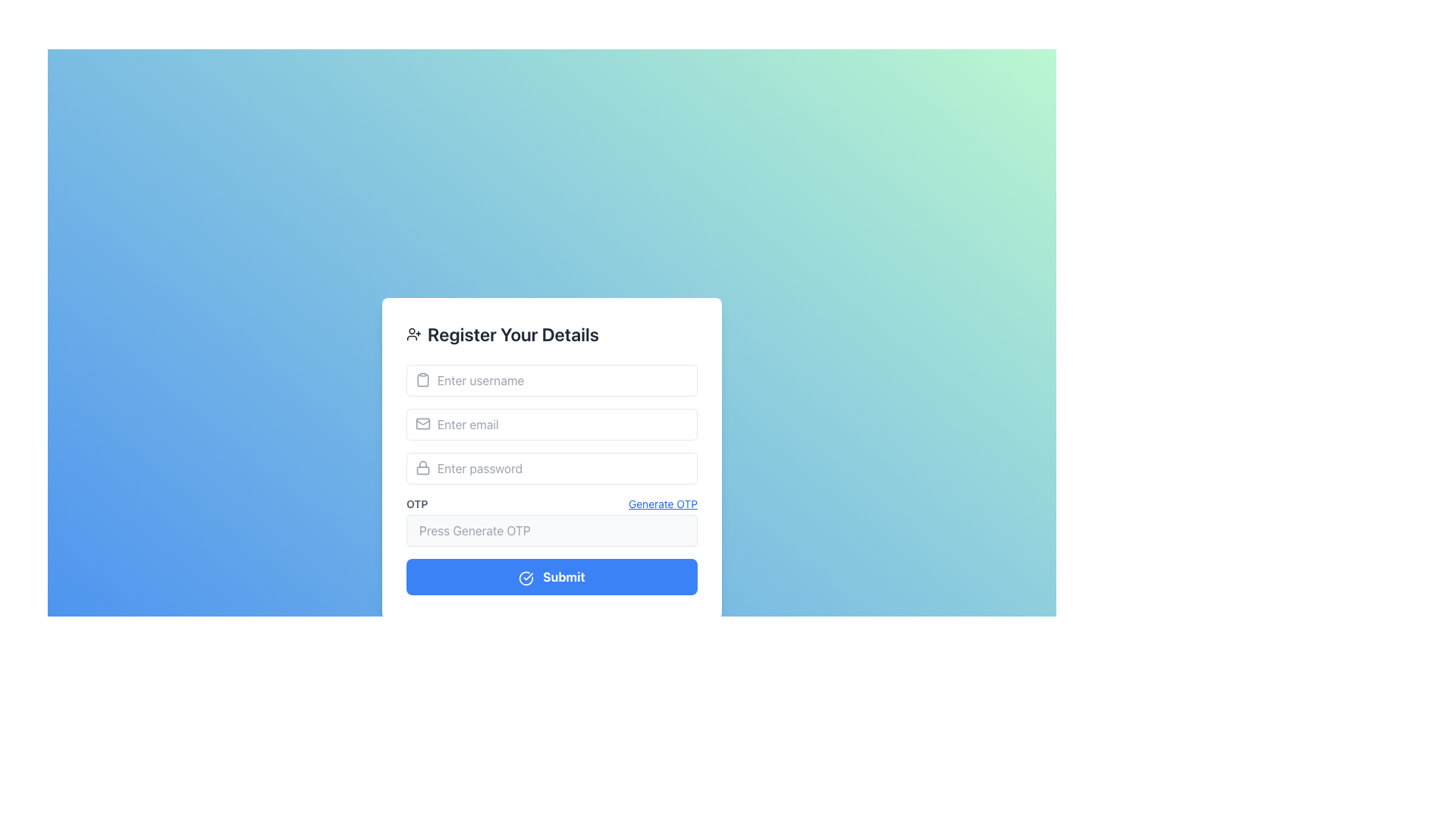 Image resolution: width=1456 pixels, height=819 pixels. What do you see at coordinates (422, 422) in the screenshot?
I see `the mail icon component that represents email functionality, located to the left of the 'Enter email' text field in the user registration section` at bounding box center [422, 422].